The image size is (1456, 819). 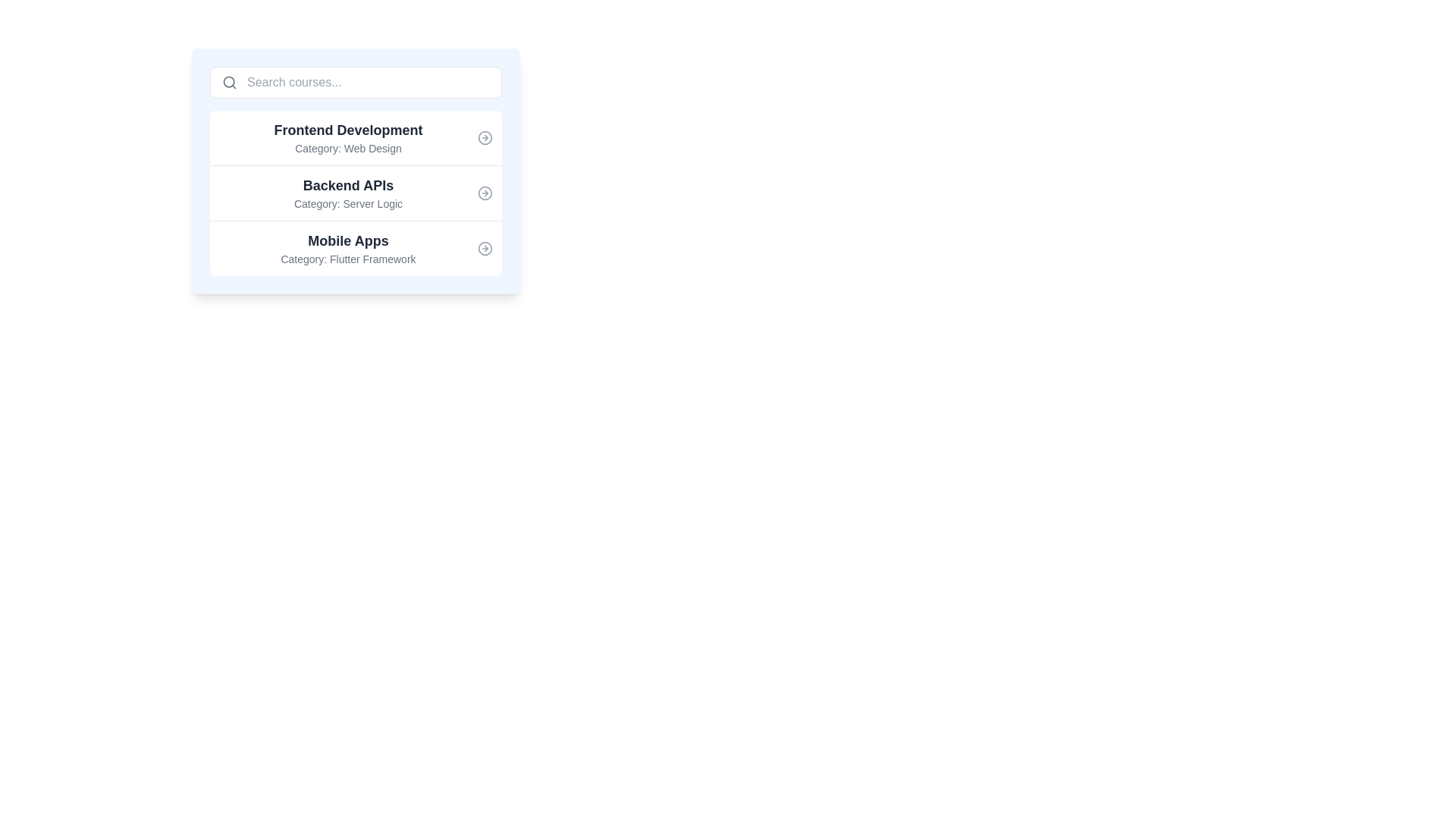 What do you see at coordinates (347, 247) in the screenshot?
I see `the third text-based selectable list item labeled 'Mobile Apps' to initiate an action related to it` at bounding box center [347, 247].